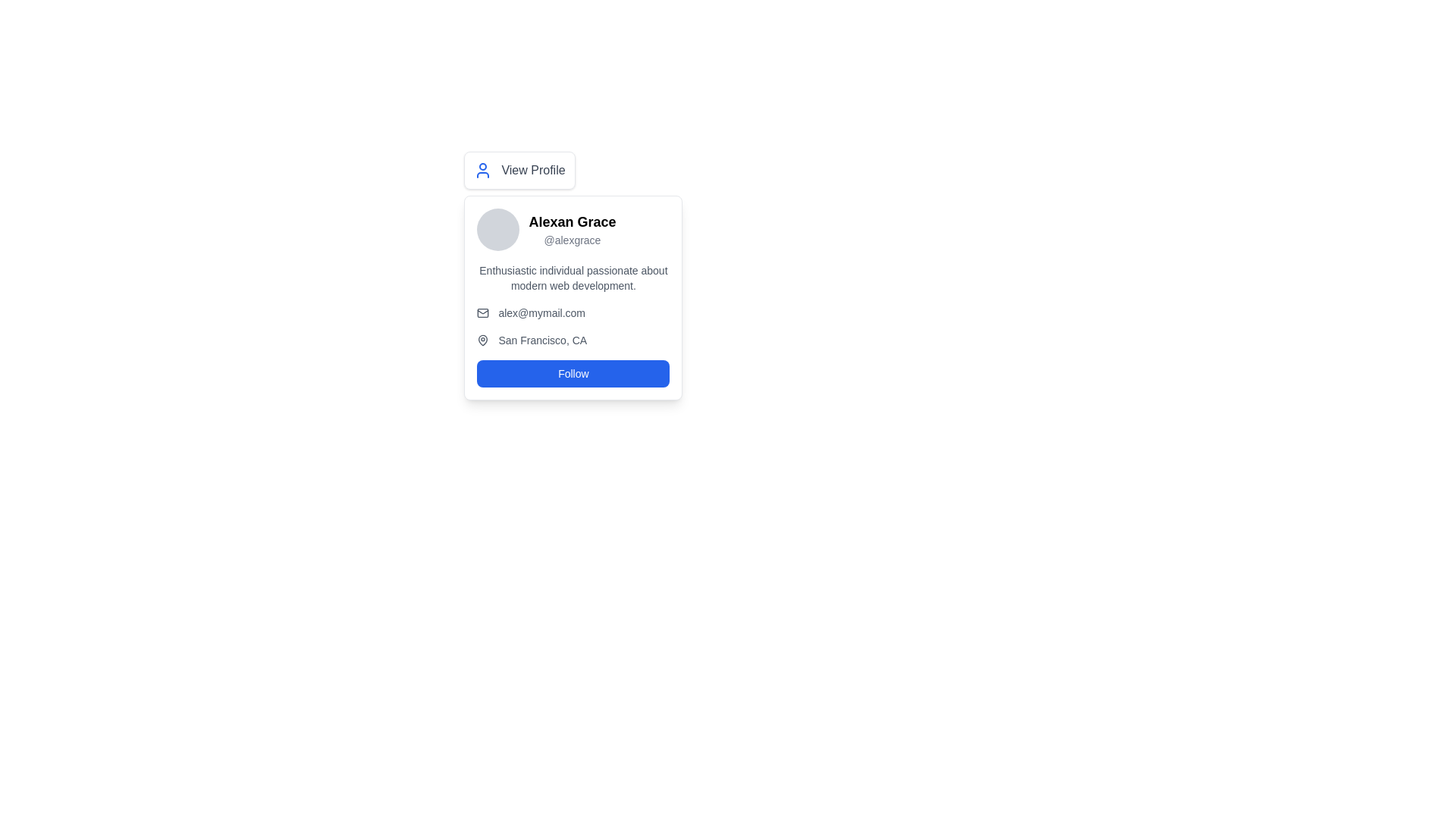 The width and height of the screenshot is (1456, 819). What do you see at coordinates (519, 170) in the screenshot?
I see `the 'View Profile' button, which features a user profile icon with a blue outline and medium gray text` at bounding box center [519, 170].